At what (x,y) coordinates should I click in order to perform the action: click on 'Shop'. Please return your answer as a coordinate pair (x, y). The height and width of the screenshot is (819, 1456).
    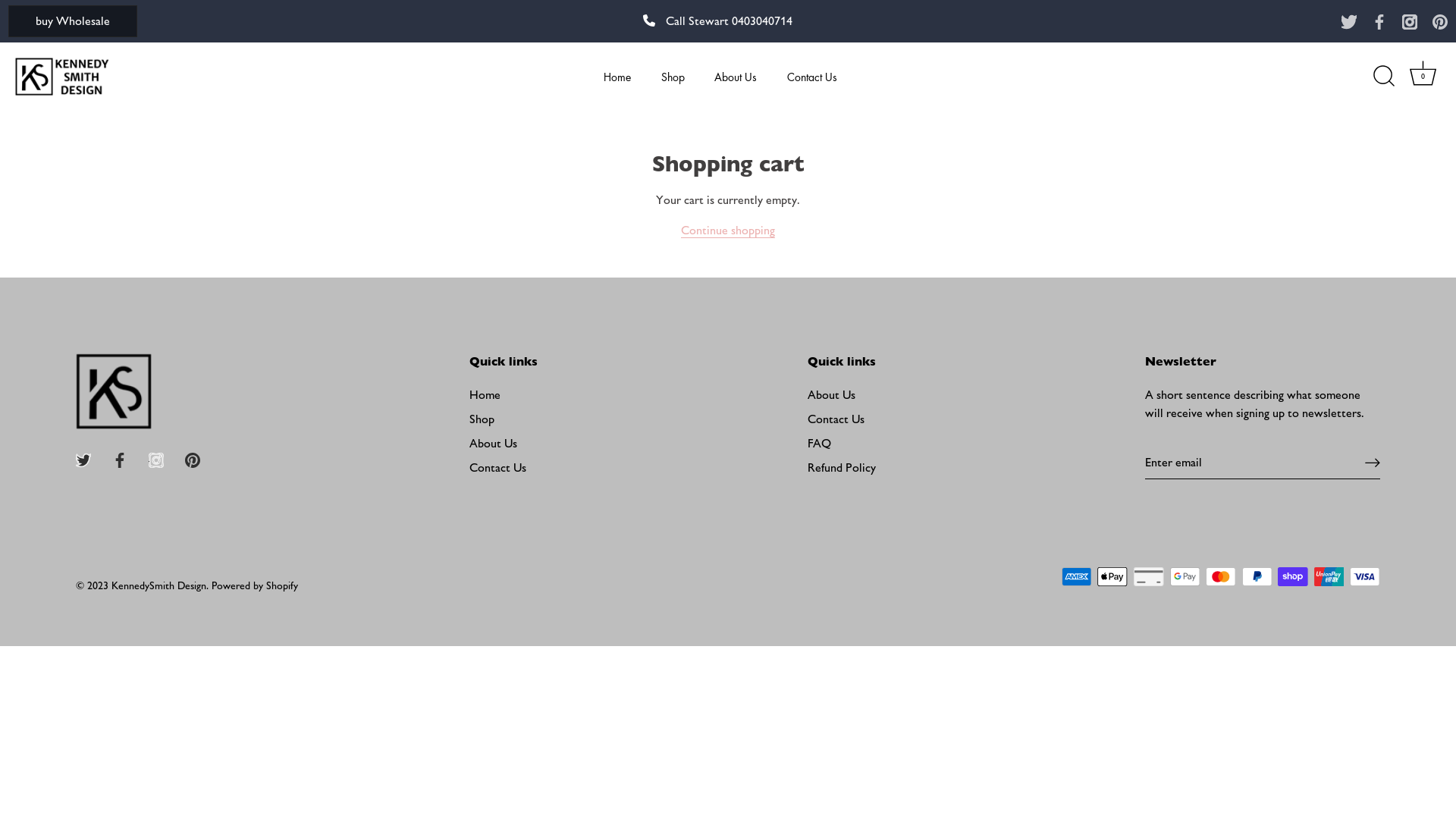
    Looking at the image, I should click on (672, 76).